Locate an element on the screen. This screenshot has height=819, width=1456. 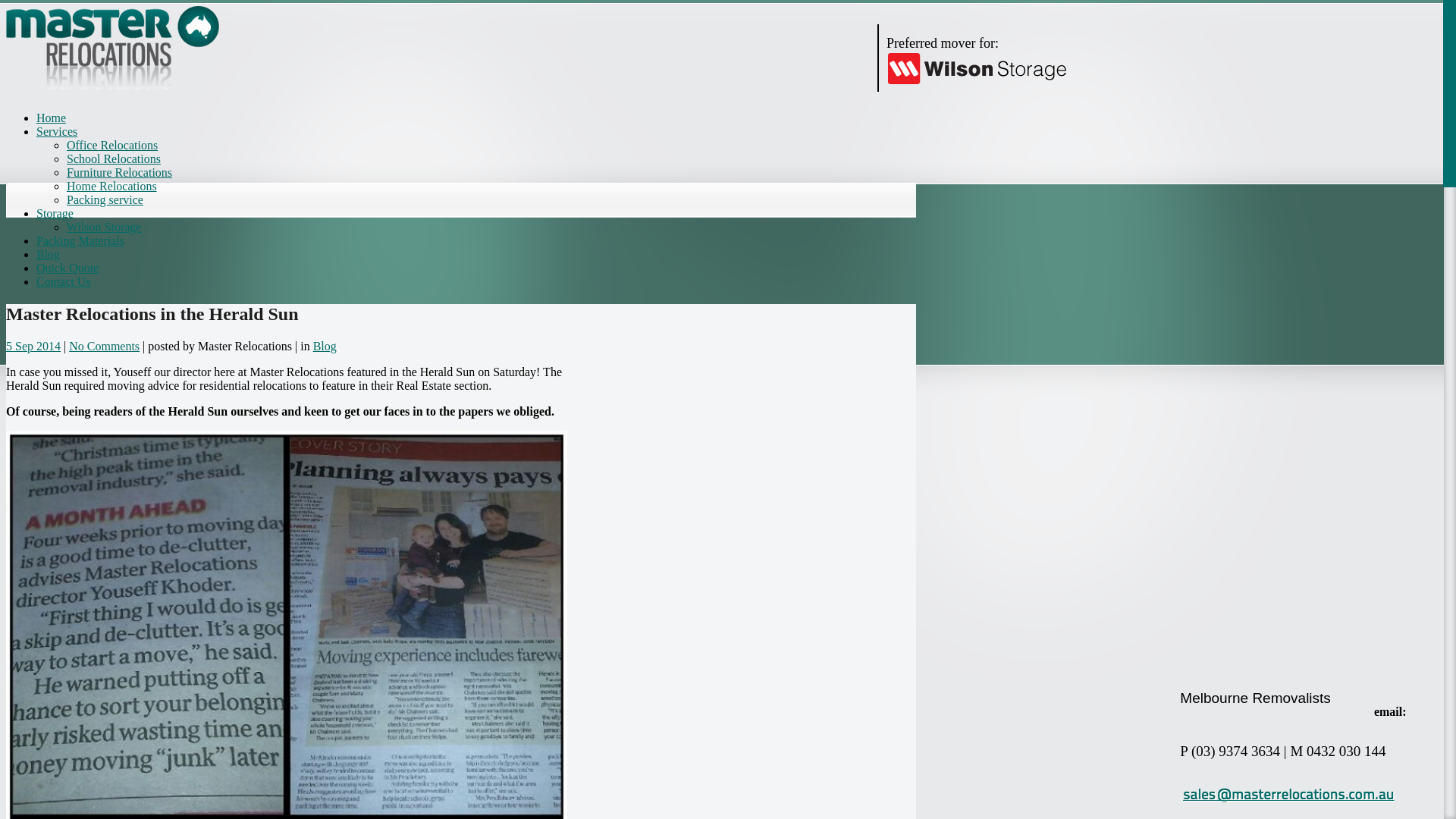
'Packing service' is located at coordinates (104, 199).